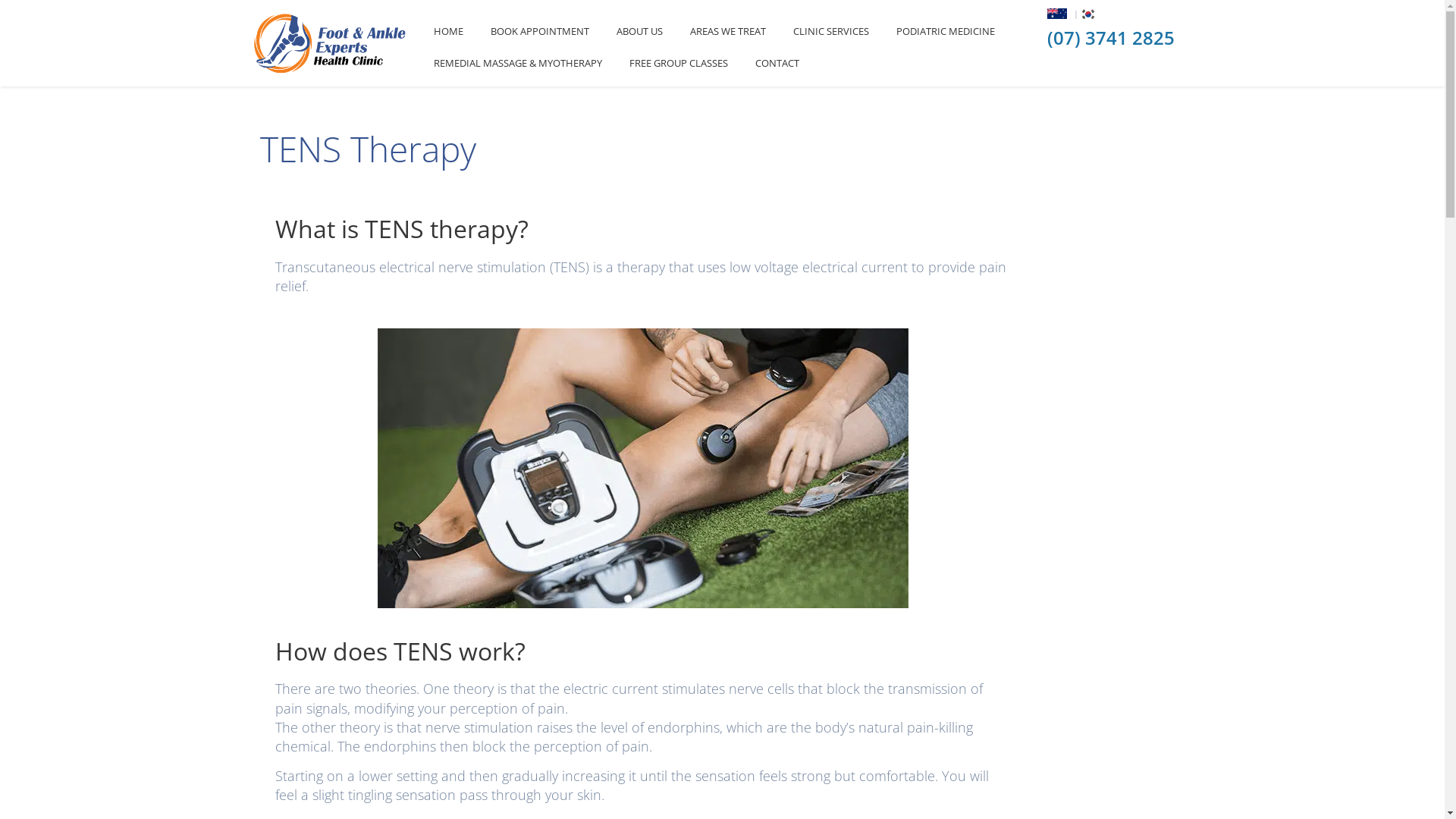 The image size is (1456, 819). I want to click on '(07) 3741 2825', so click(1110, 36).